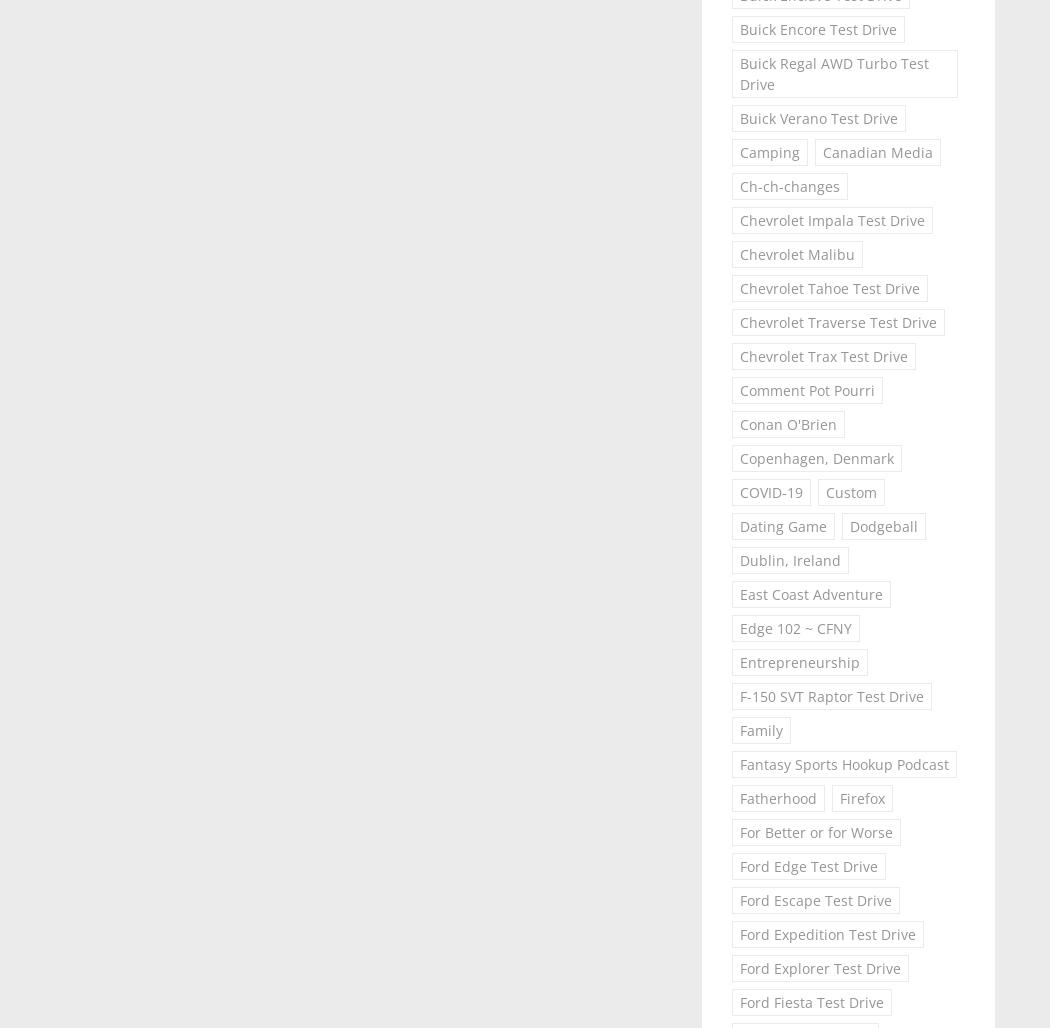 This screenshot has height=1028, width=1050. Describe the element at coordinates (816, 29) in the screenshot. I see `'Buick Encore Test Drive'` at that location.